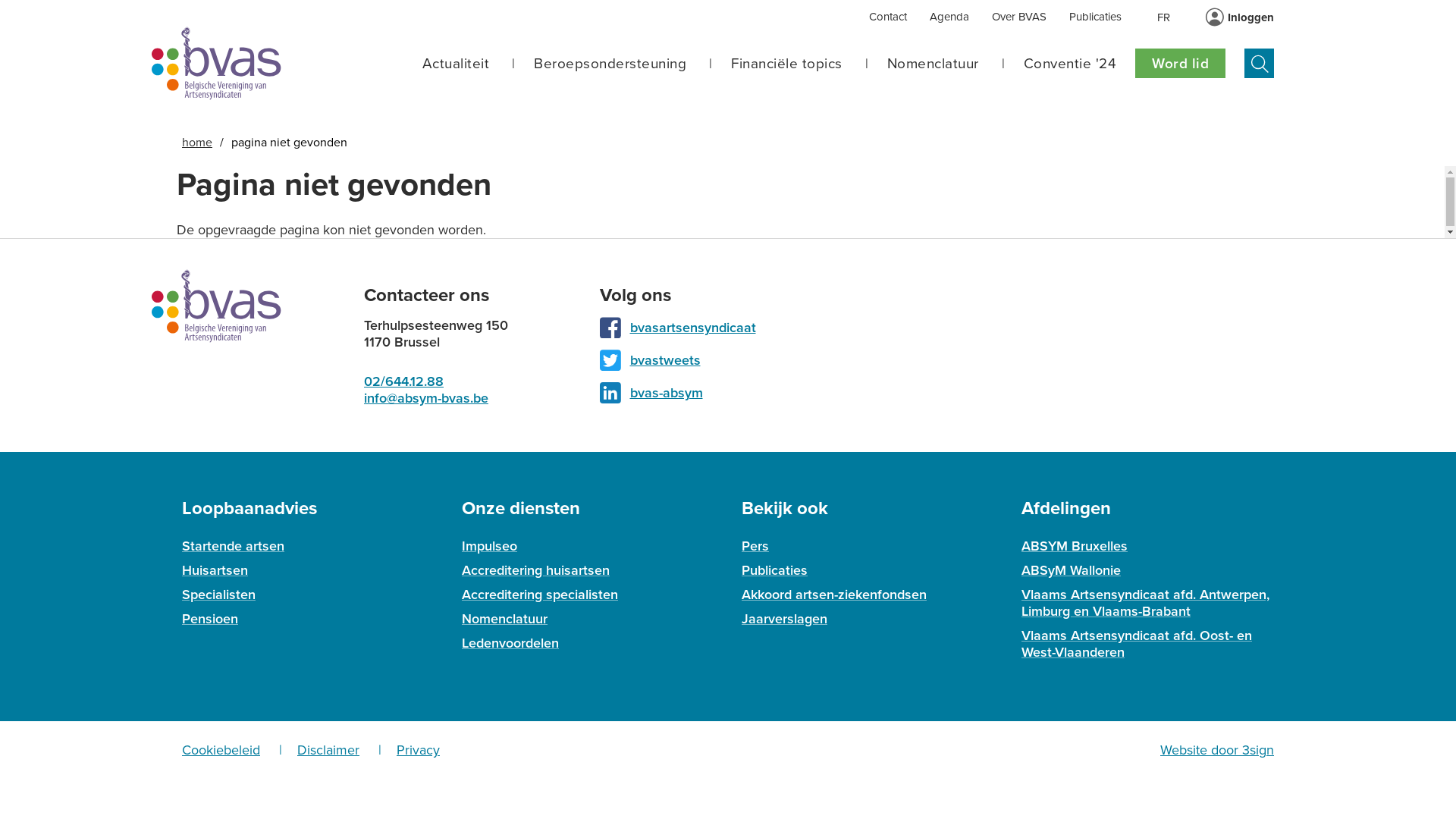 The width and height of the screenshot is (1456, 819). I want to click on 'Beroepsondersteuning', so click(610, 63).